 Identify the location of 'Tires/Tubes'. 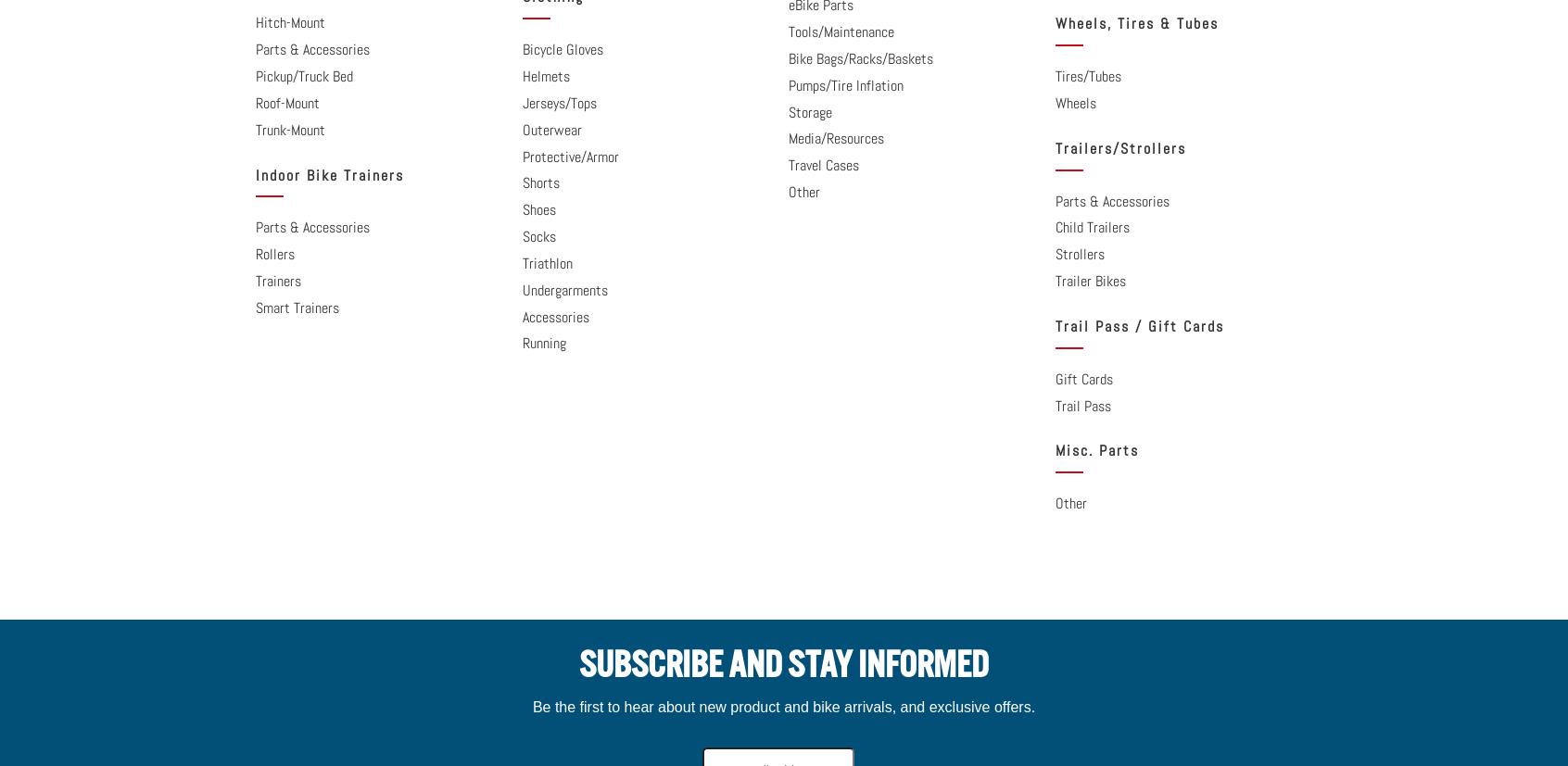
(1086, 76).